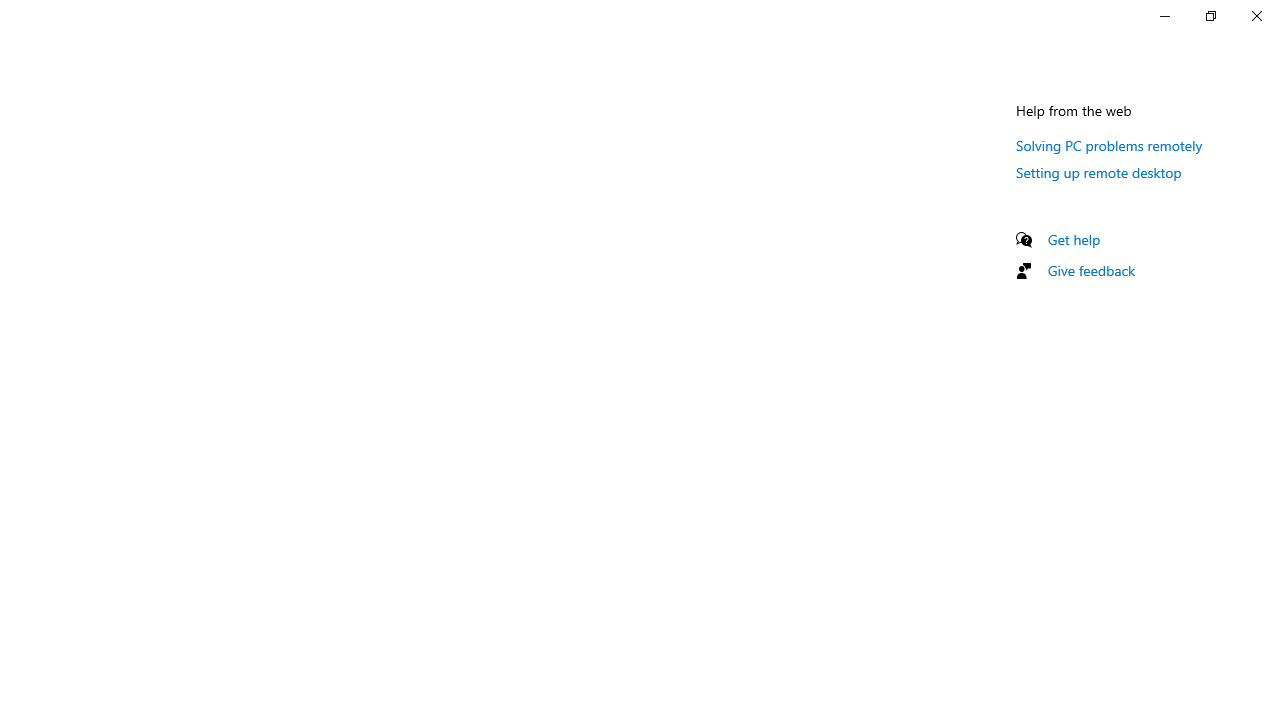 The width and height of the screenshot is (1280, 720). I want to click on 'Close Settings', so click(1255, 15).